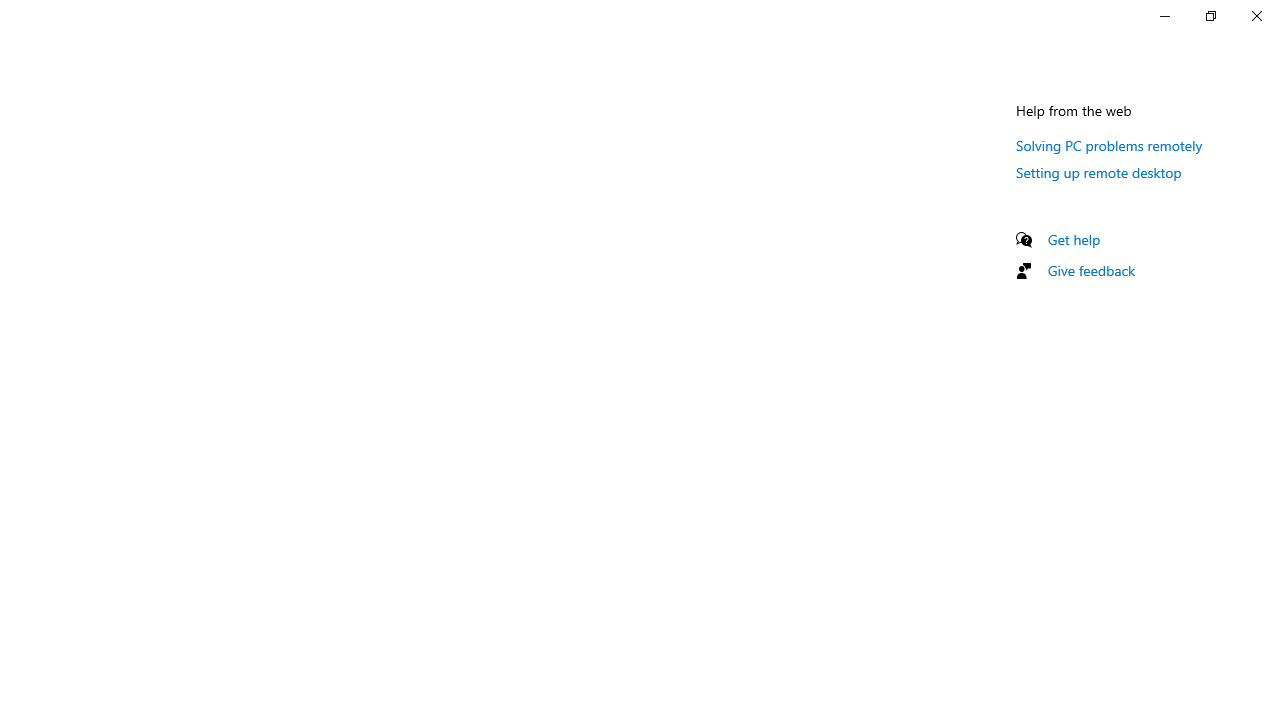 The width and height of the screenshot is (1280, 720). I want to click on 'Close Settings', so click(1255, 15).